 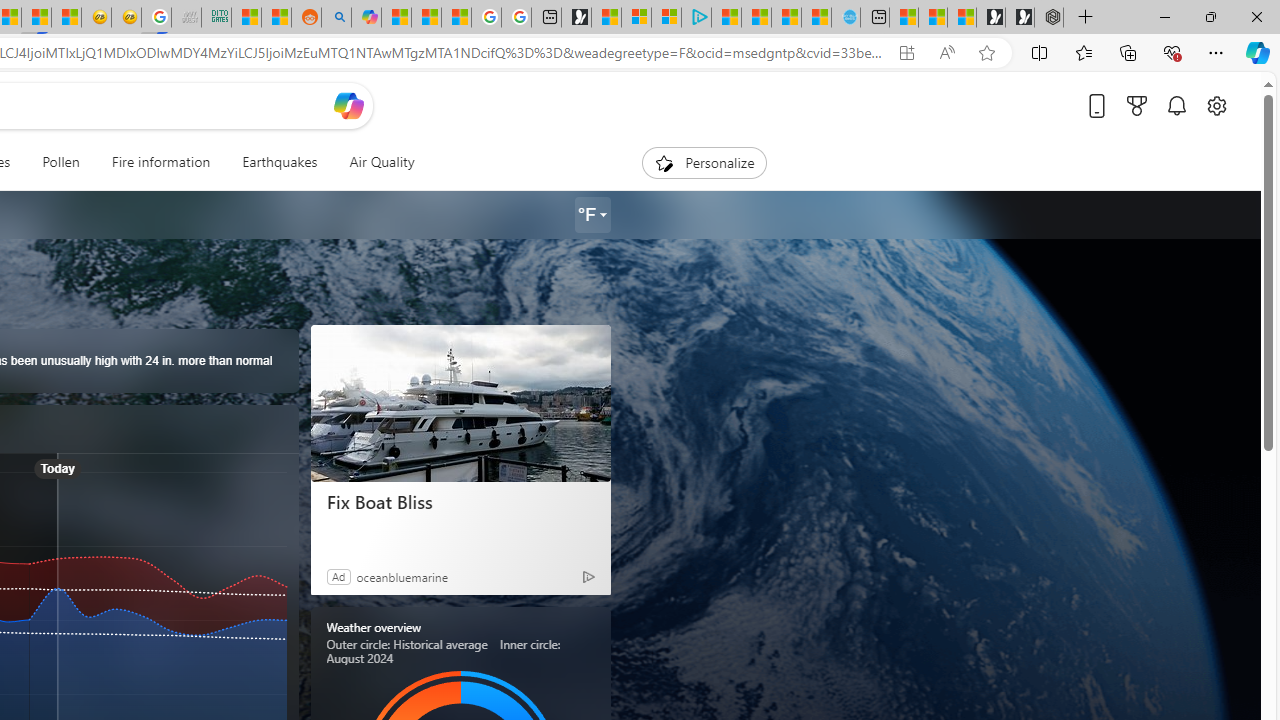 I want to click on 'Fire information', so click(x=160, y=162).